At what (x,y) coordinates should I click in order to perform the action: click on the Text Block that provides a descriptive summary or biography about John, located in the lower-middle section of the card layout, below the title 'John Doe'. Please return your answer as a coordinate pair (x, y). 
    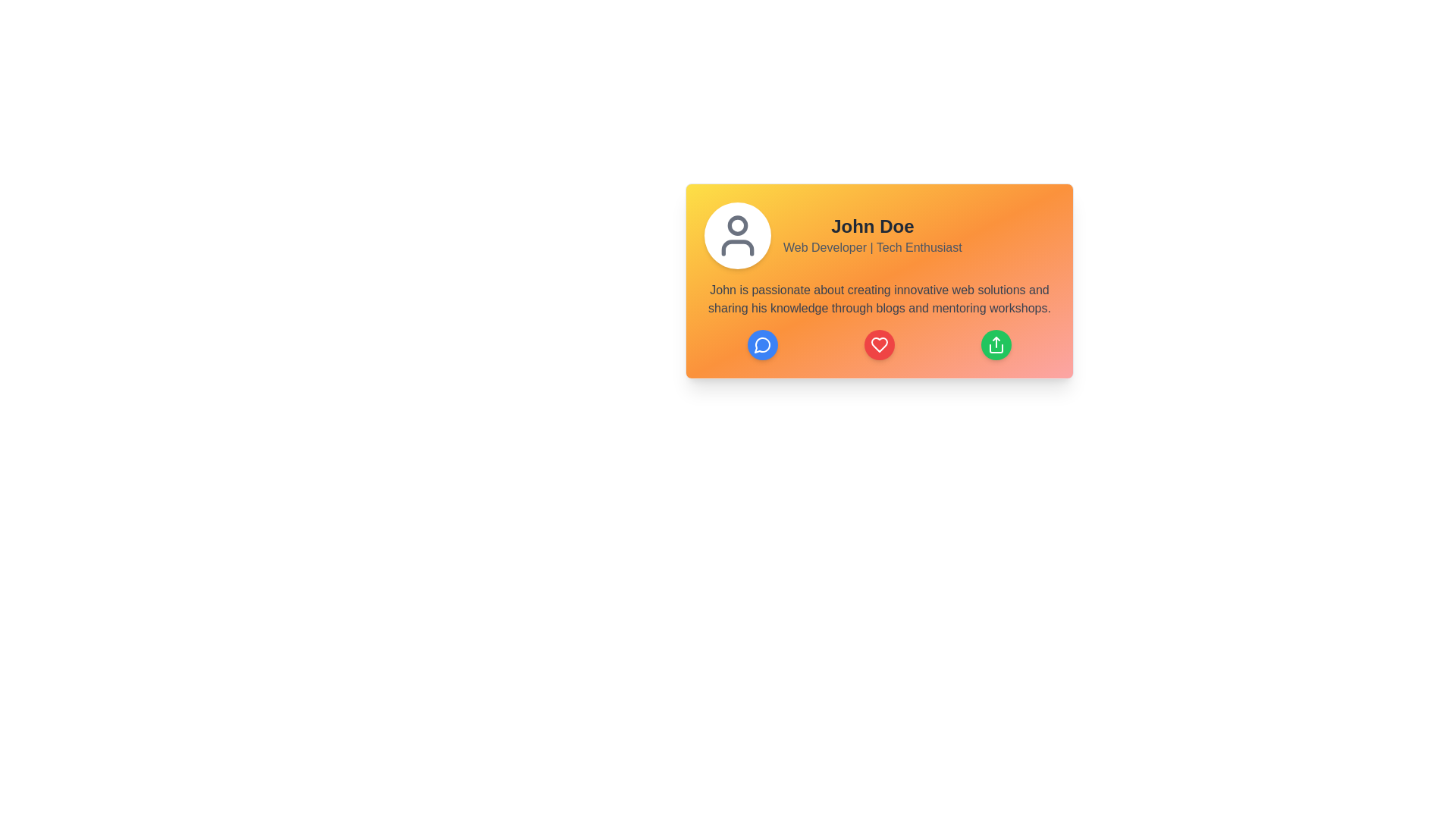
    Looking at the image, I should click on (880, 299).